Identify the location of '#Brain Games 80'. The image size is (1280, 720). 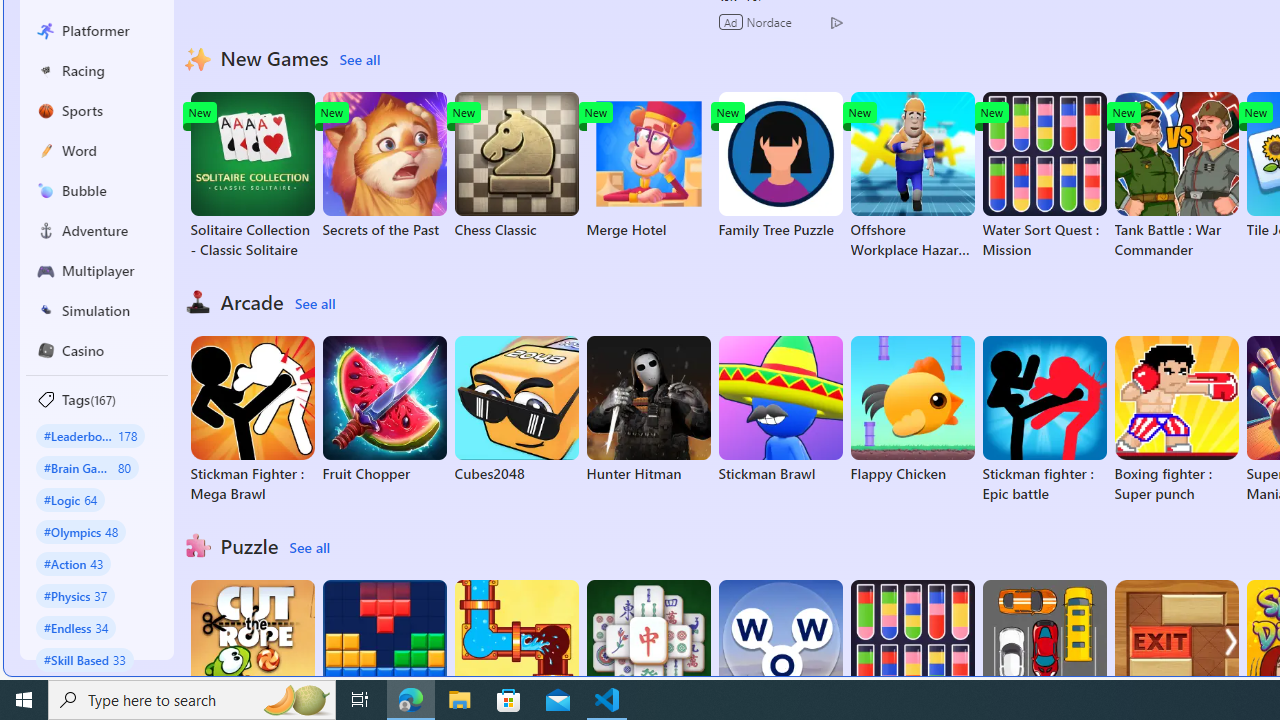
(86, 467).